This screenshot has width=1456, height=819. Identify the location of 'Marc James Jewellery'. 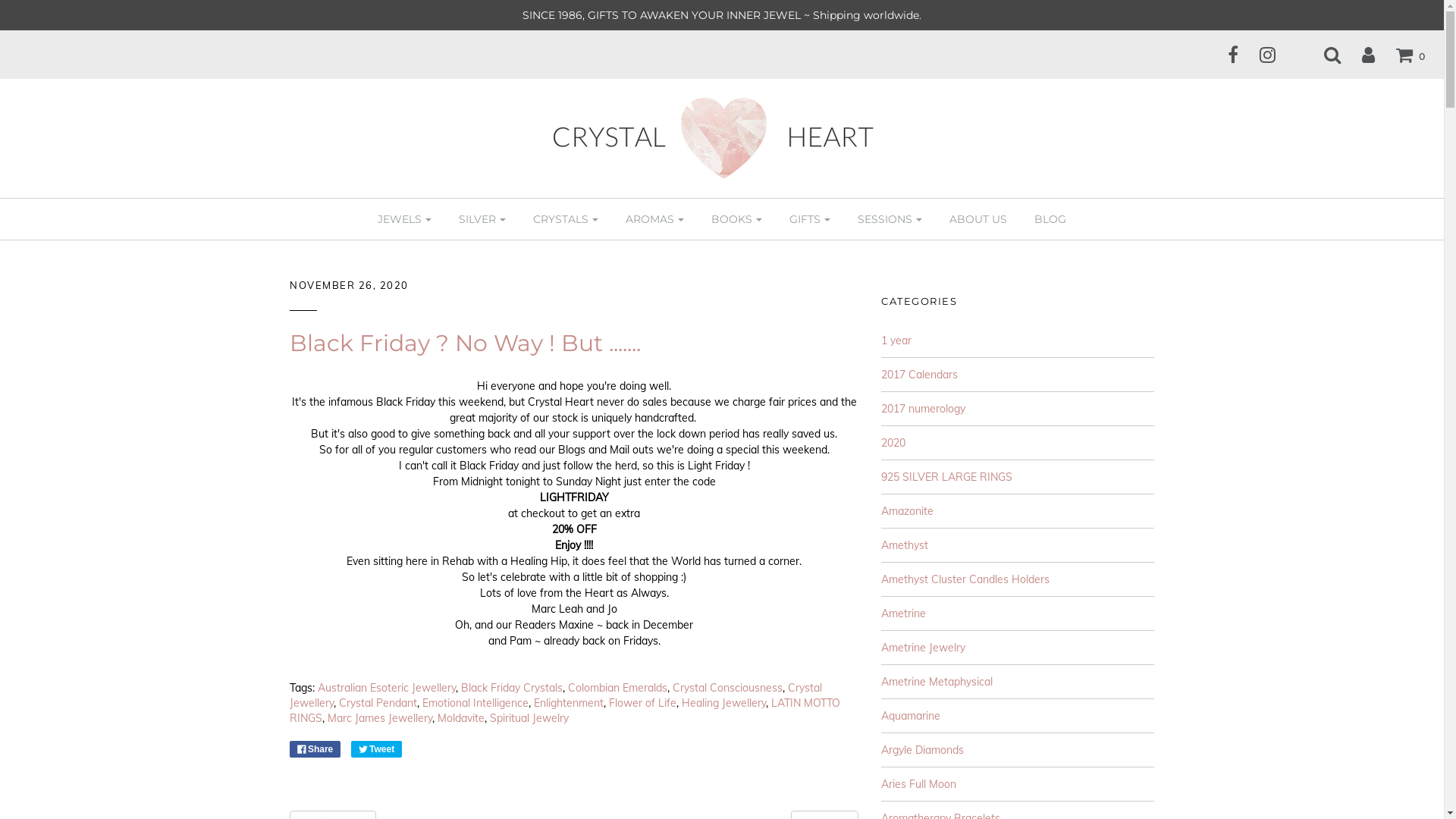
(379, 717).